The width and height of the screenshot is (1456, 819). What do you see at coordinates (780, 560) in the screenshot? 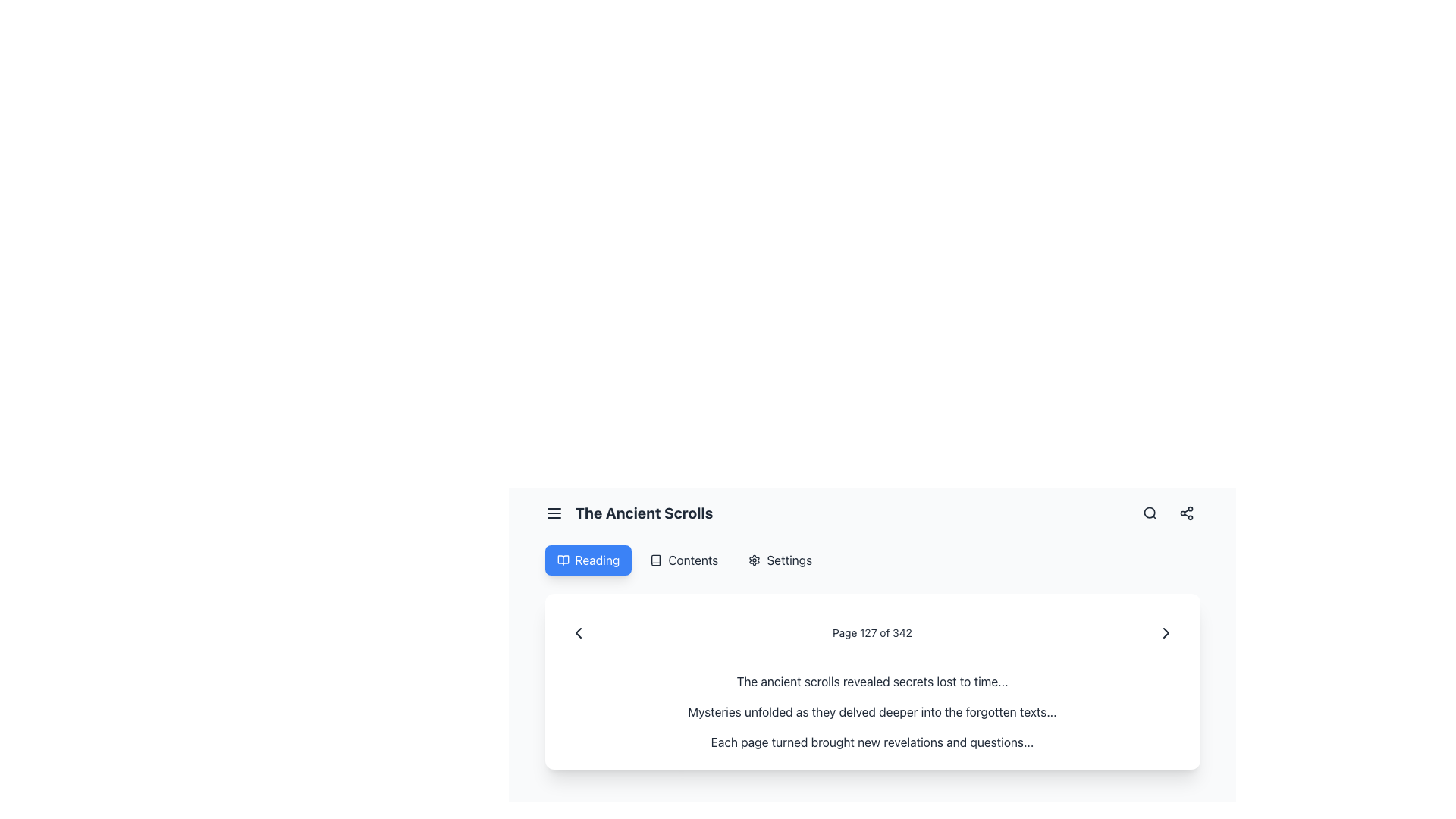
I see `the rightmost button labeled 'Settings' in the top-central section of the layout` at bounding box center [780, 560].